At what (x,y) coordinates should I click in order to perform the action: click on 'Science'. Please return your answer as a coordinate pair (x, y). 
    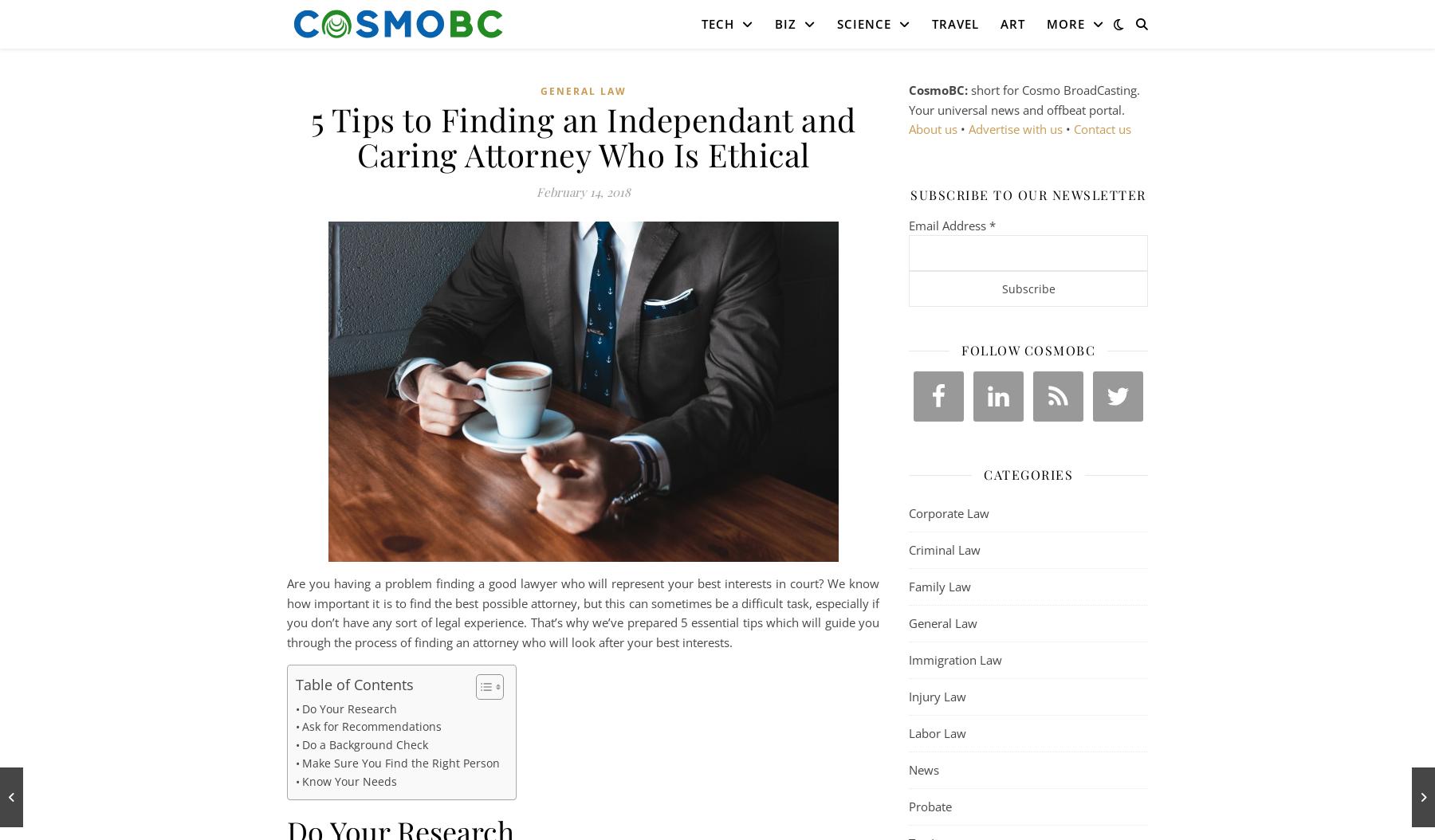
    Looking at the image, I should click on (863, 24).